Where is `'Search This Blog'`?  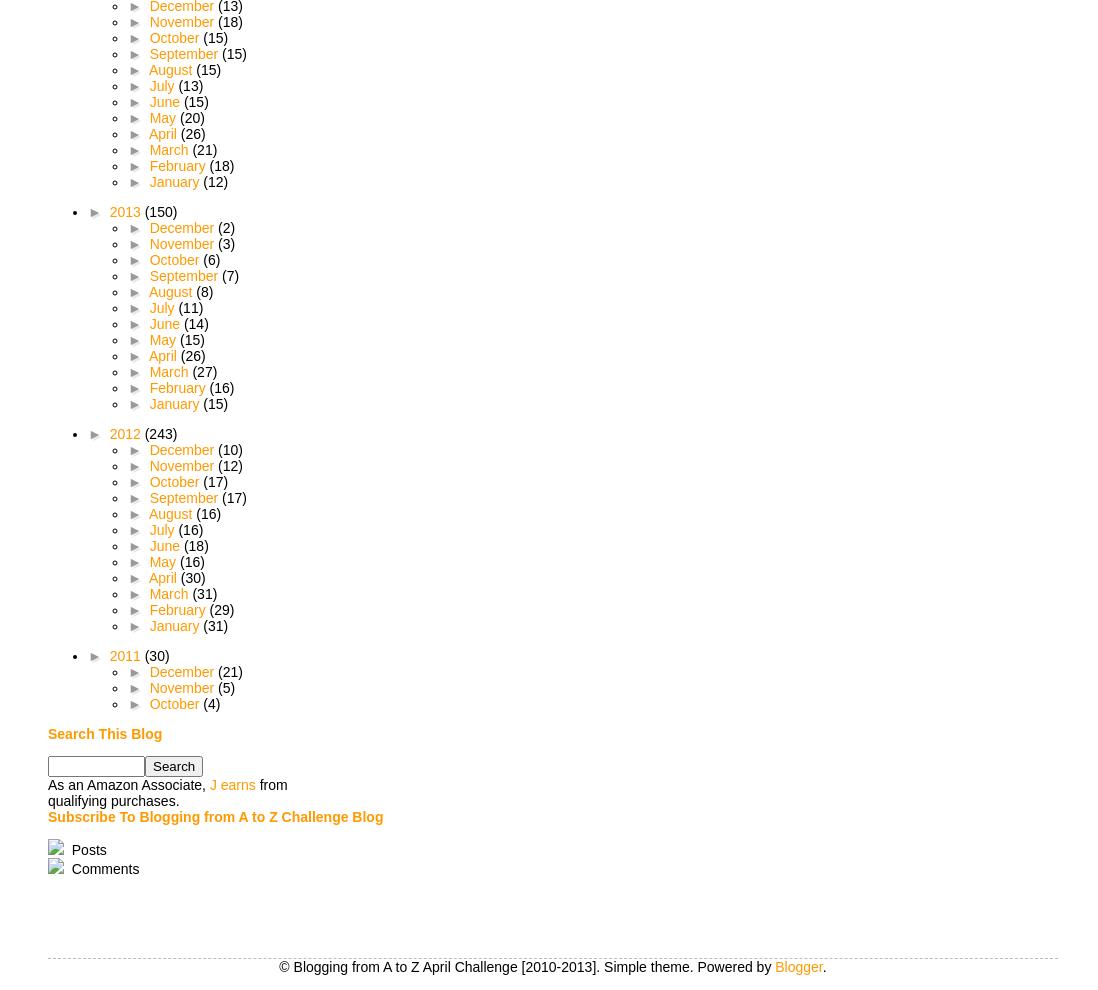 'Search This Blog' is located at coordinates (104, 732).